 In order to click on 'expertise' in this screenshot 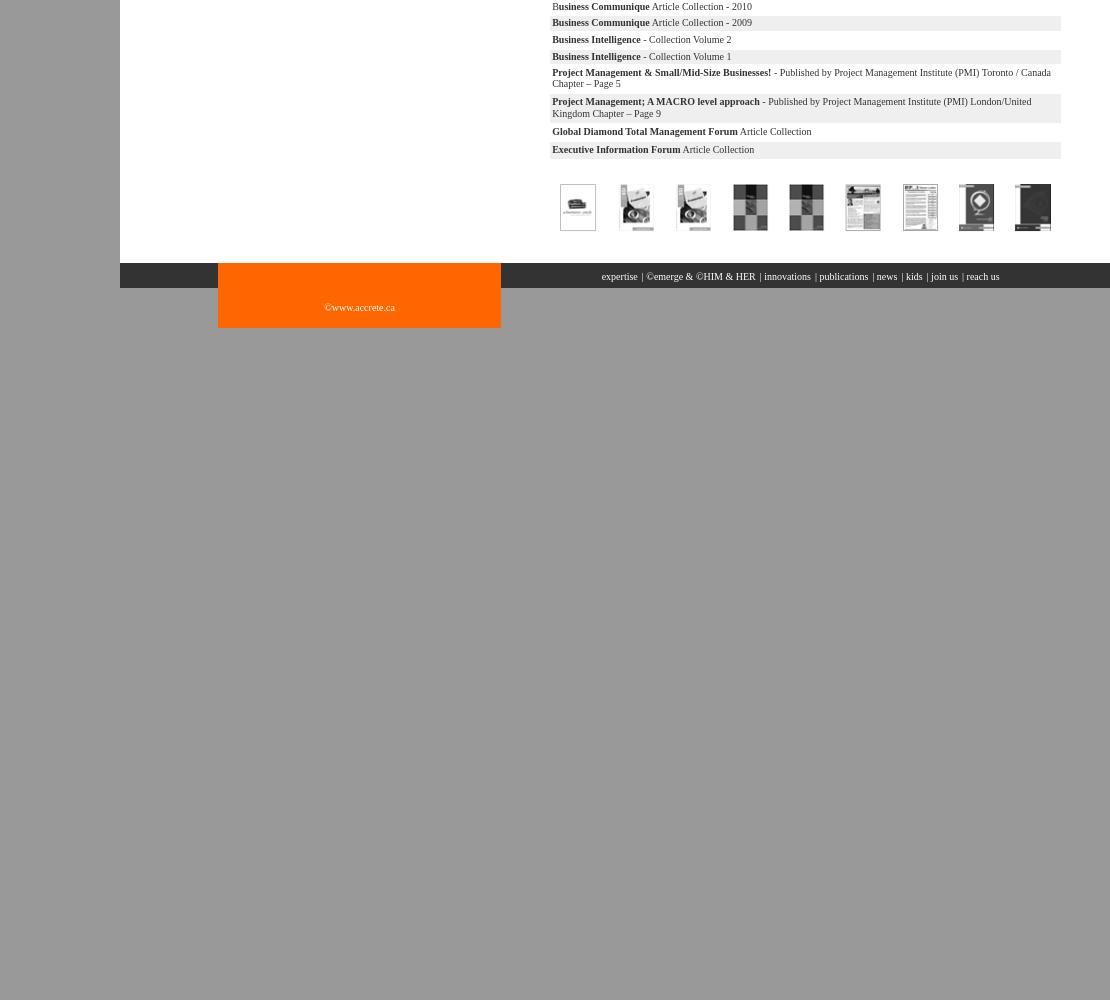, I will do `click(618, 276)`.